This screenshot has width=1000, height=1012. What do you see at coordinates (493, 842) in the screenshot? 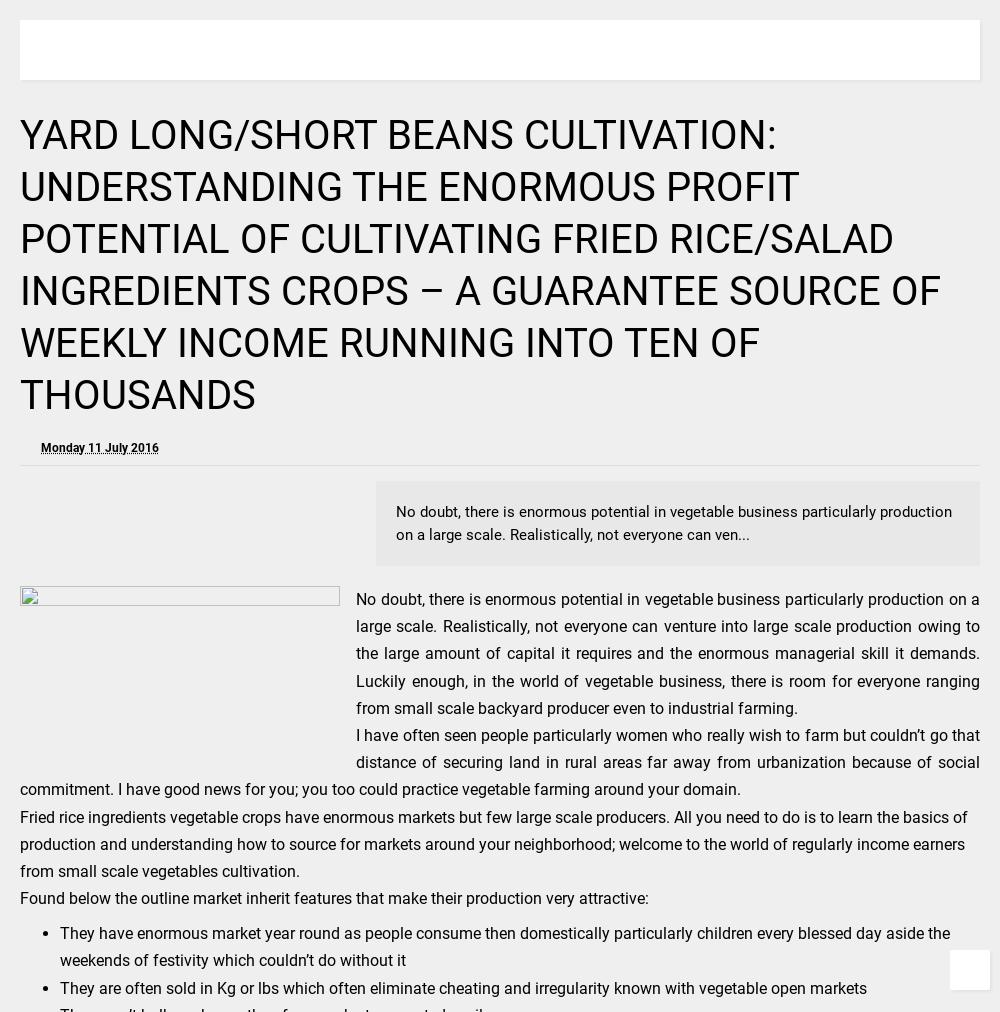
I see `'Fried rice ingredients vegetable crops have enormous markets but few large scale producers. All you need to do is to learn the basics of production and understanding how to source for markets around your neighborhood; welcome to the world of regularly income earners from small scale vegetables cultivation.'` at bounding box center [493, 842].